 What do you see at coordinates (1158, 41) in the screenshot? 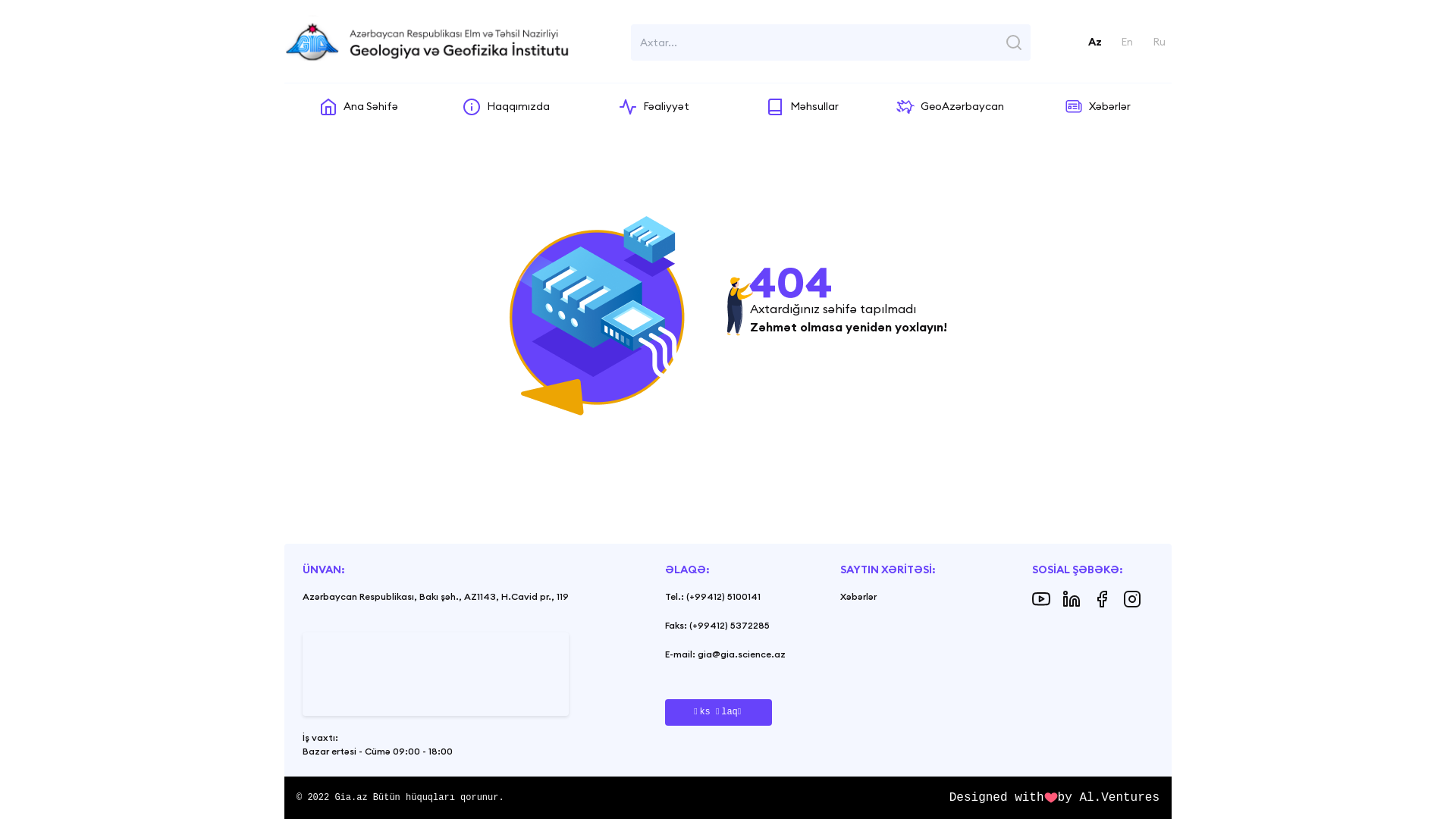
I see `'Ru'` at bounding box center [1158, 41].